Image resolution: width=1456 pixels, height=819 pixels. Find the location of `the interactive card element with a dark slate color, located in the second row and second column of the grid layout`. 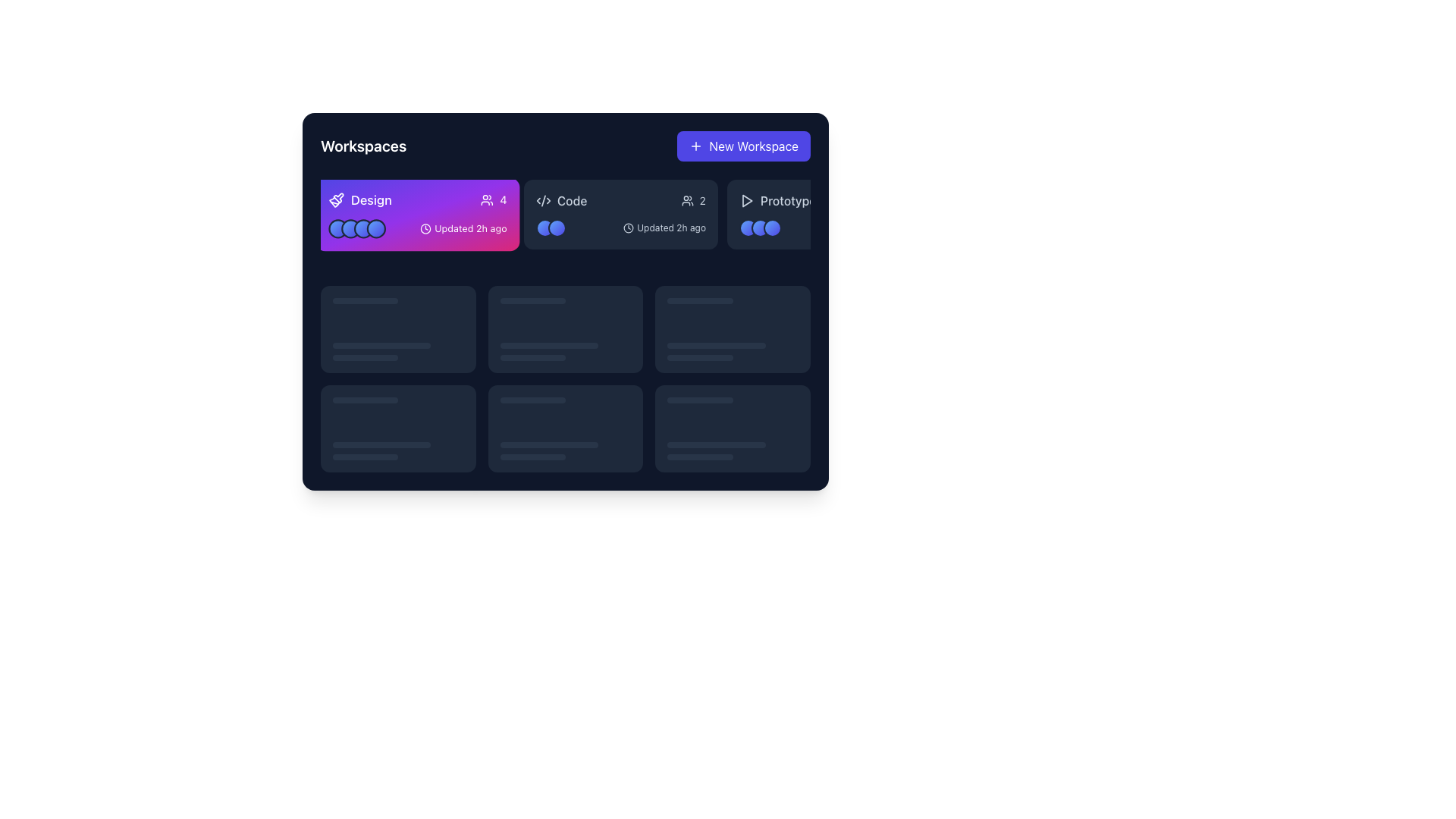

the interactive card element with a dark slate color, located in the second row and second column of the grid layout is located at coordinates (564, 428).